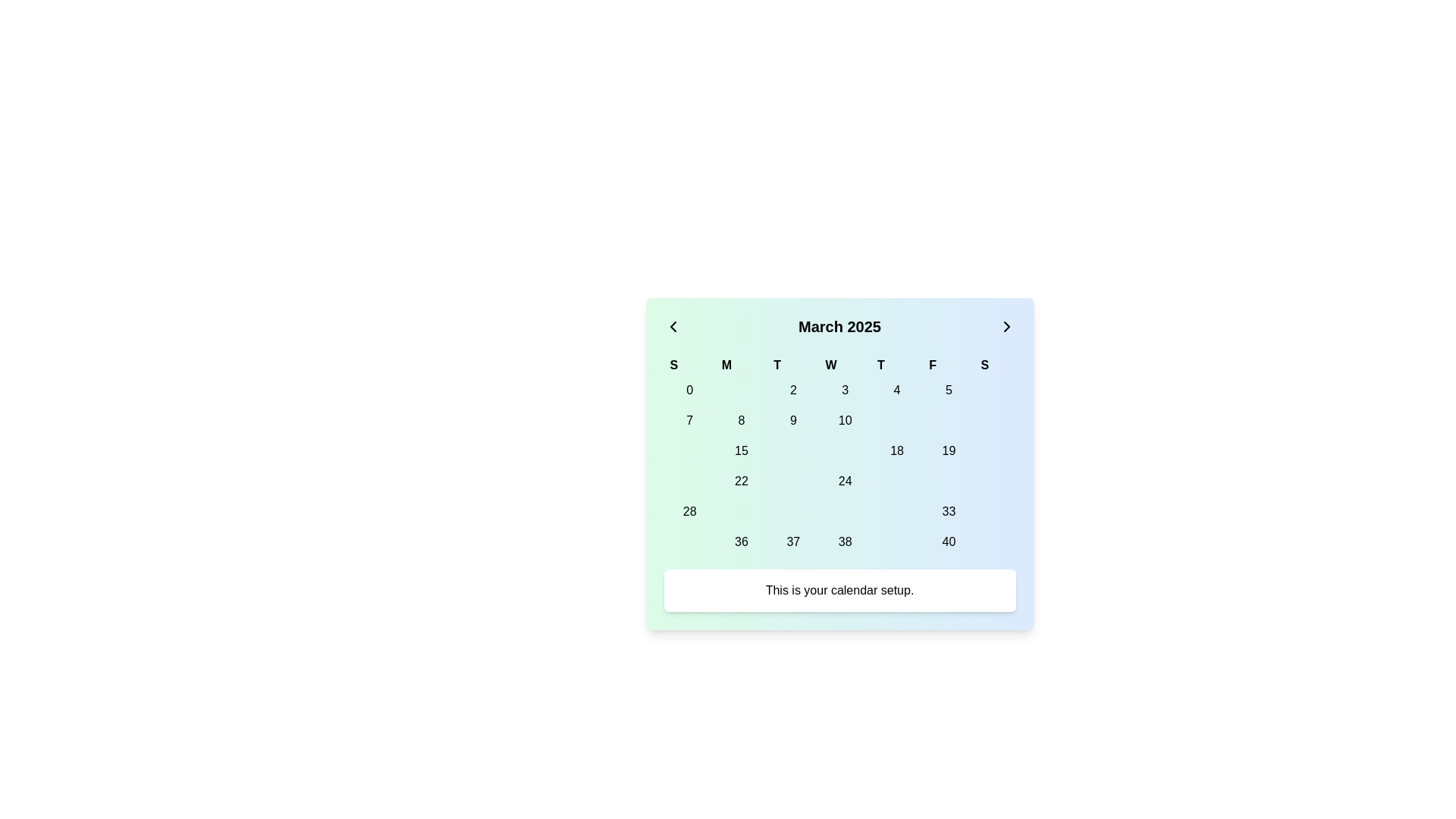  I want to click on the visual representation of the small, circular, black dot icon located at the first position in its row within the calendar or schedule interface, so click(689, 450).